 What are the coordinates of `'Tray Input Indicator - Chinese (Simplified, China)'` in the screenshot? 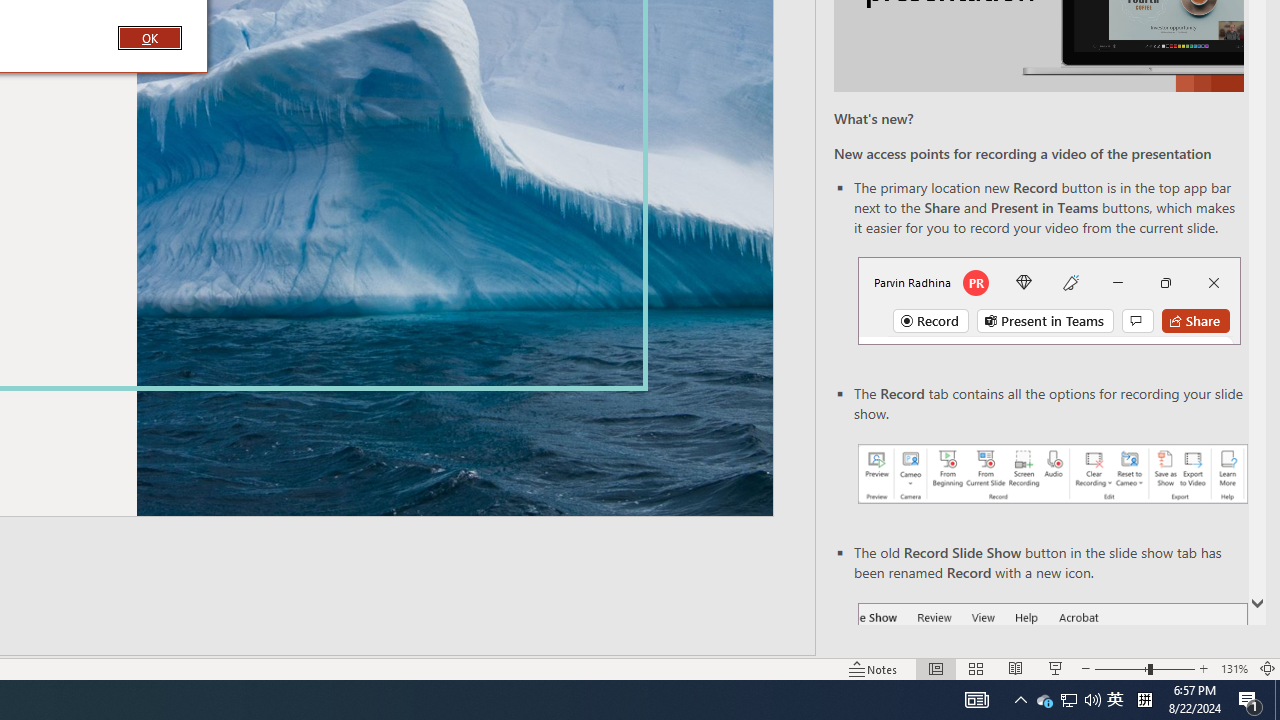 It's located at (1144, 698).